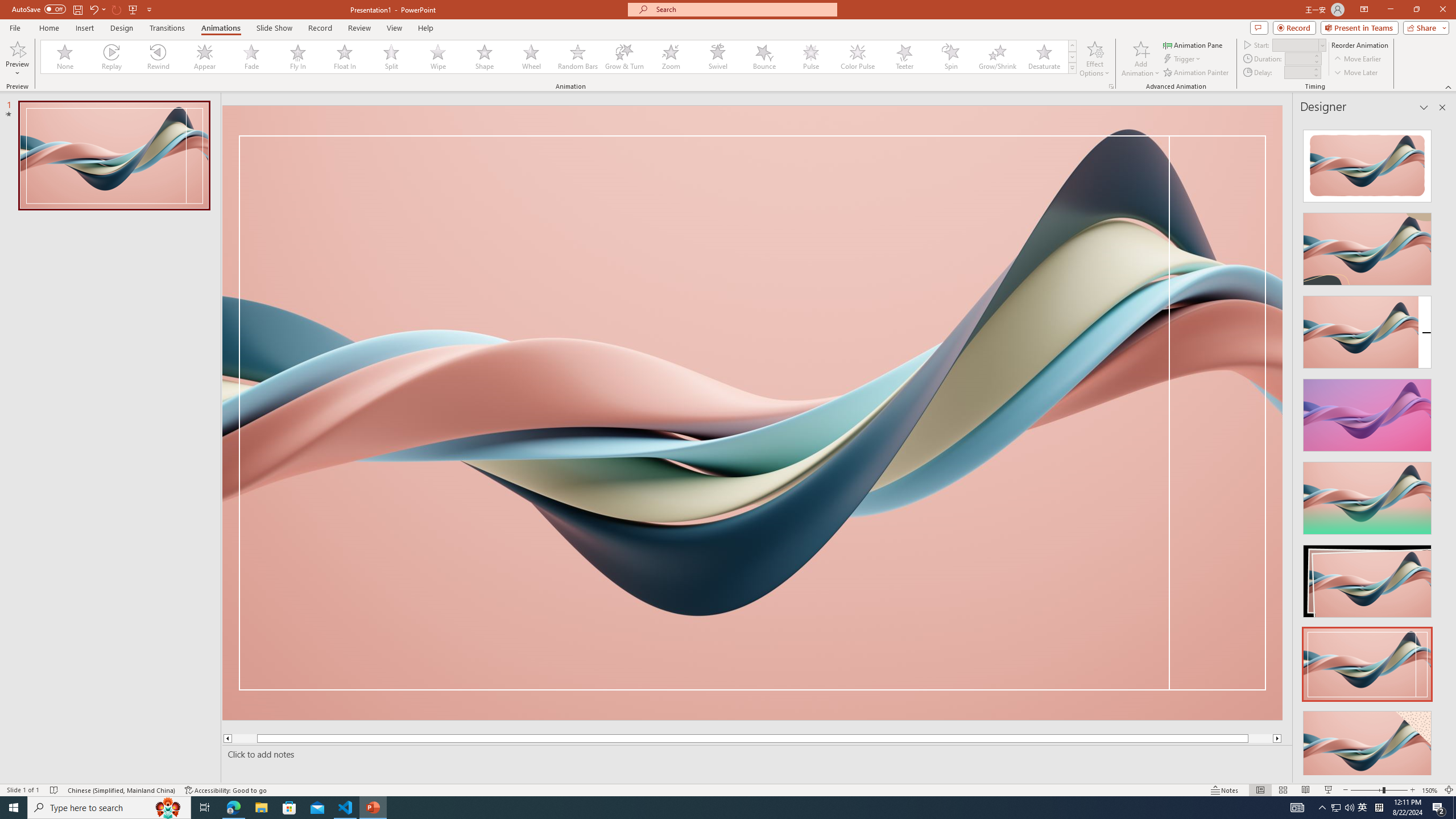 The height and width of the screenshot is (819, 1456). What do you see at coordinates (438, 56) in the screenshot?
I see `'Wipe'` at bounding box center [438, 56].